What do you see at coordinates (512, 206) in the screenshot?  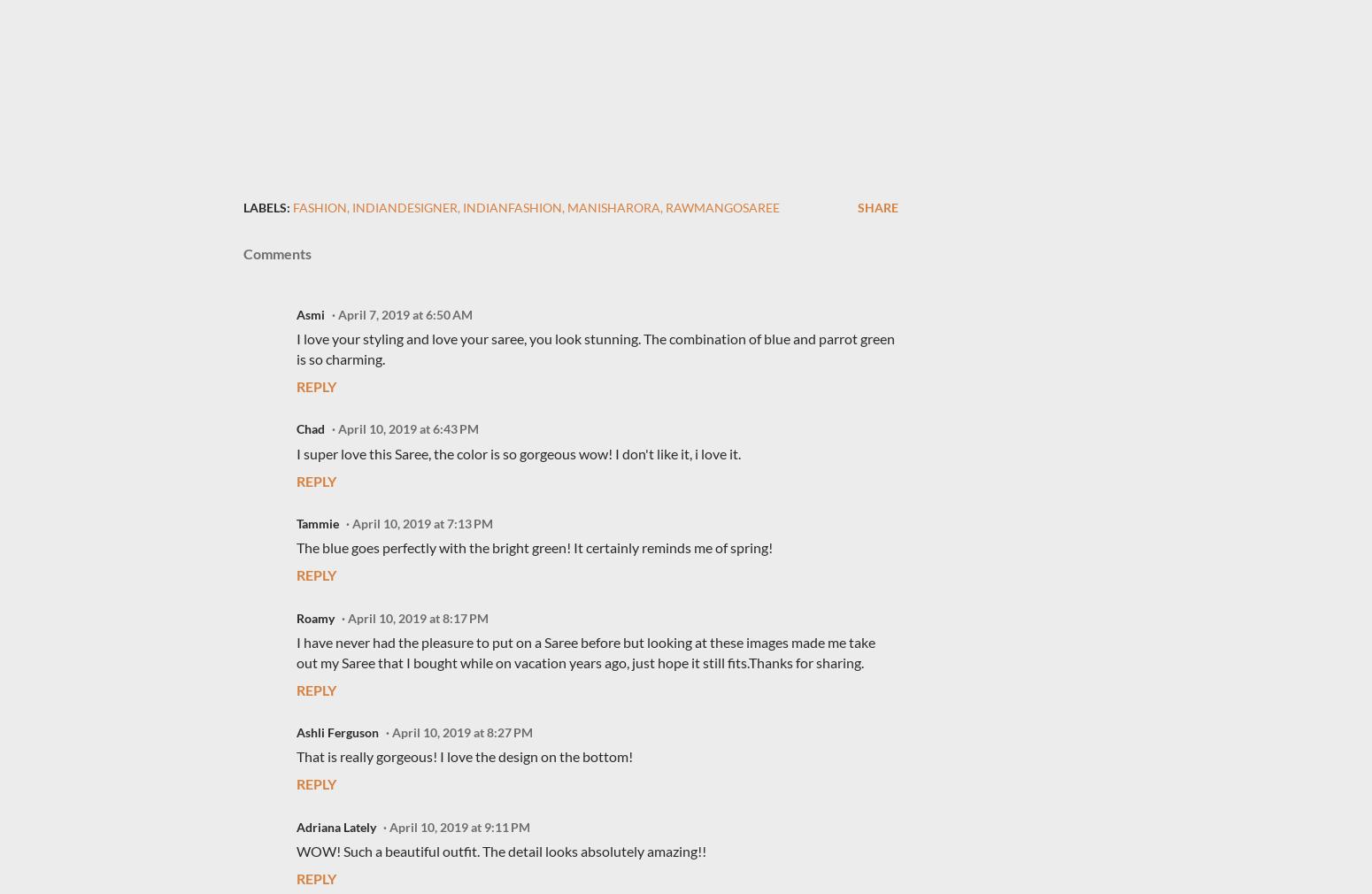 I see `'indianfashion'` at bounding box center [512, 206].